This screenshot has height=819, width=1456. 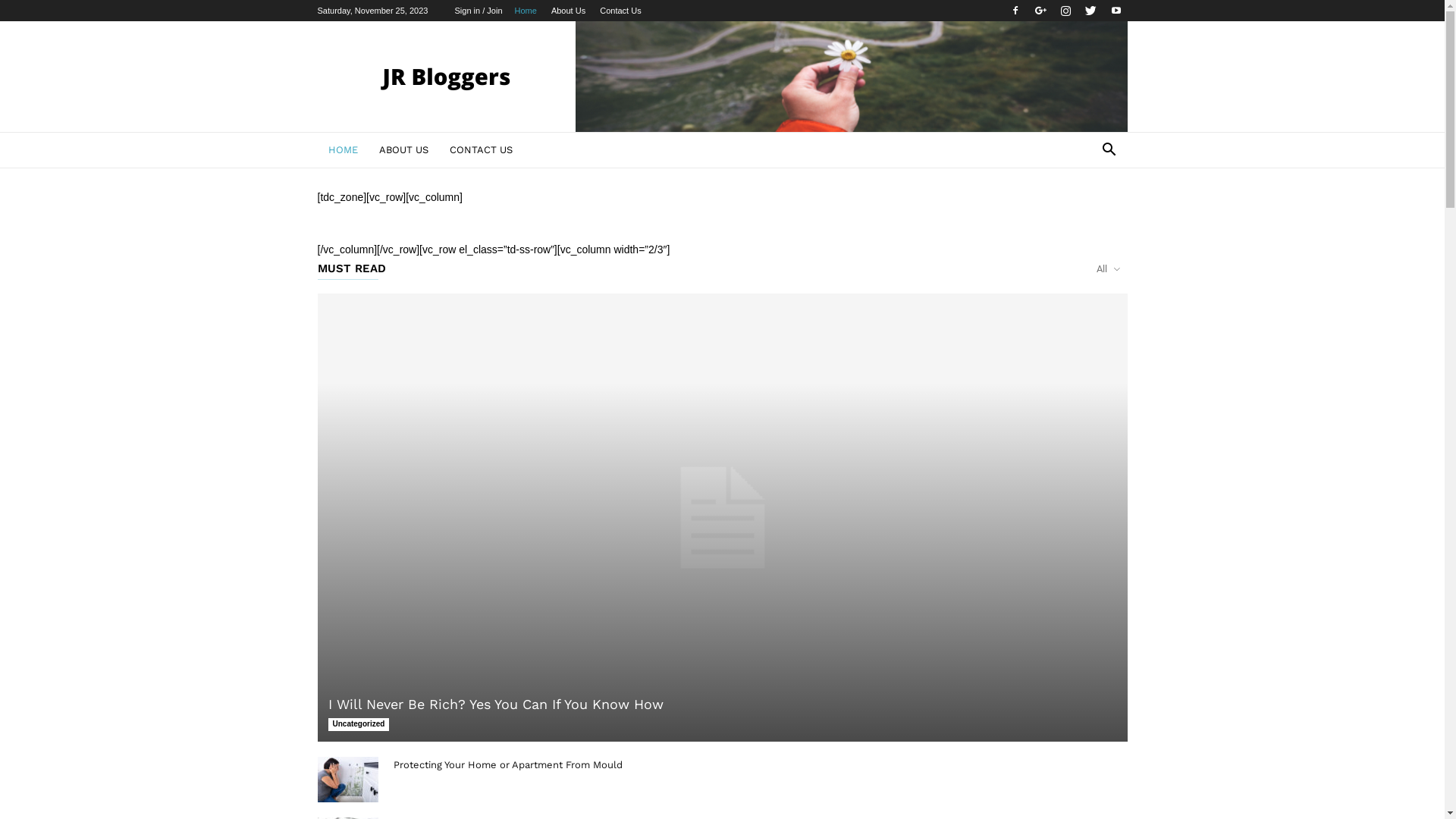 I want to click on 'I Will Never Be Rich? Yes You Can If You Know How', so click(x=720, y=516).